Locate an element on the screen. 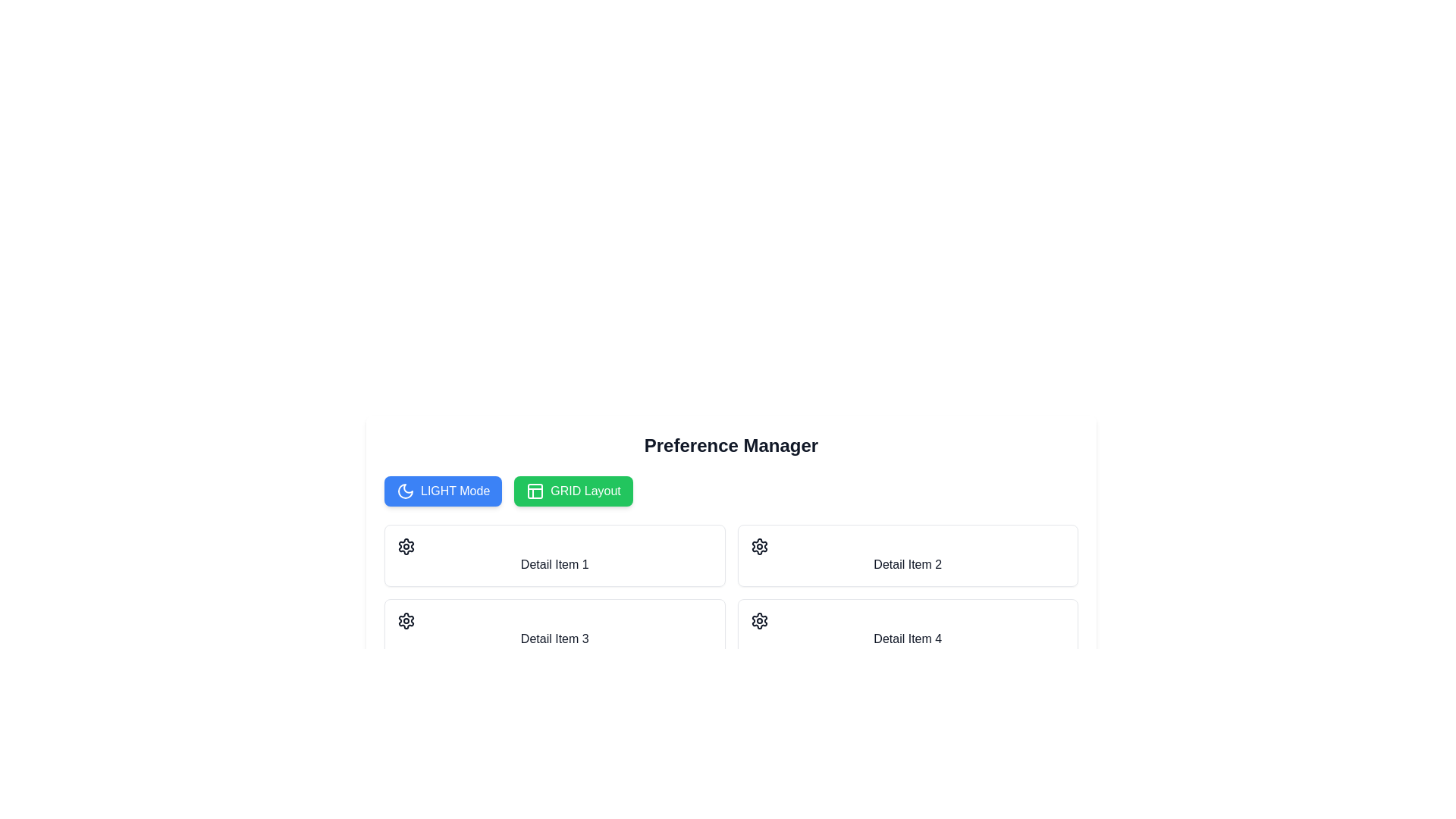 This screenshot has height=819, width=1456. the Card element representing 'Detail Item 2', which is located in the second column of the first row of the grid layout is located at coordinates (908, 555).